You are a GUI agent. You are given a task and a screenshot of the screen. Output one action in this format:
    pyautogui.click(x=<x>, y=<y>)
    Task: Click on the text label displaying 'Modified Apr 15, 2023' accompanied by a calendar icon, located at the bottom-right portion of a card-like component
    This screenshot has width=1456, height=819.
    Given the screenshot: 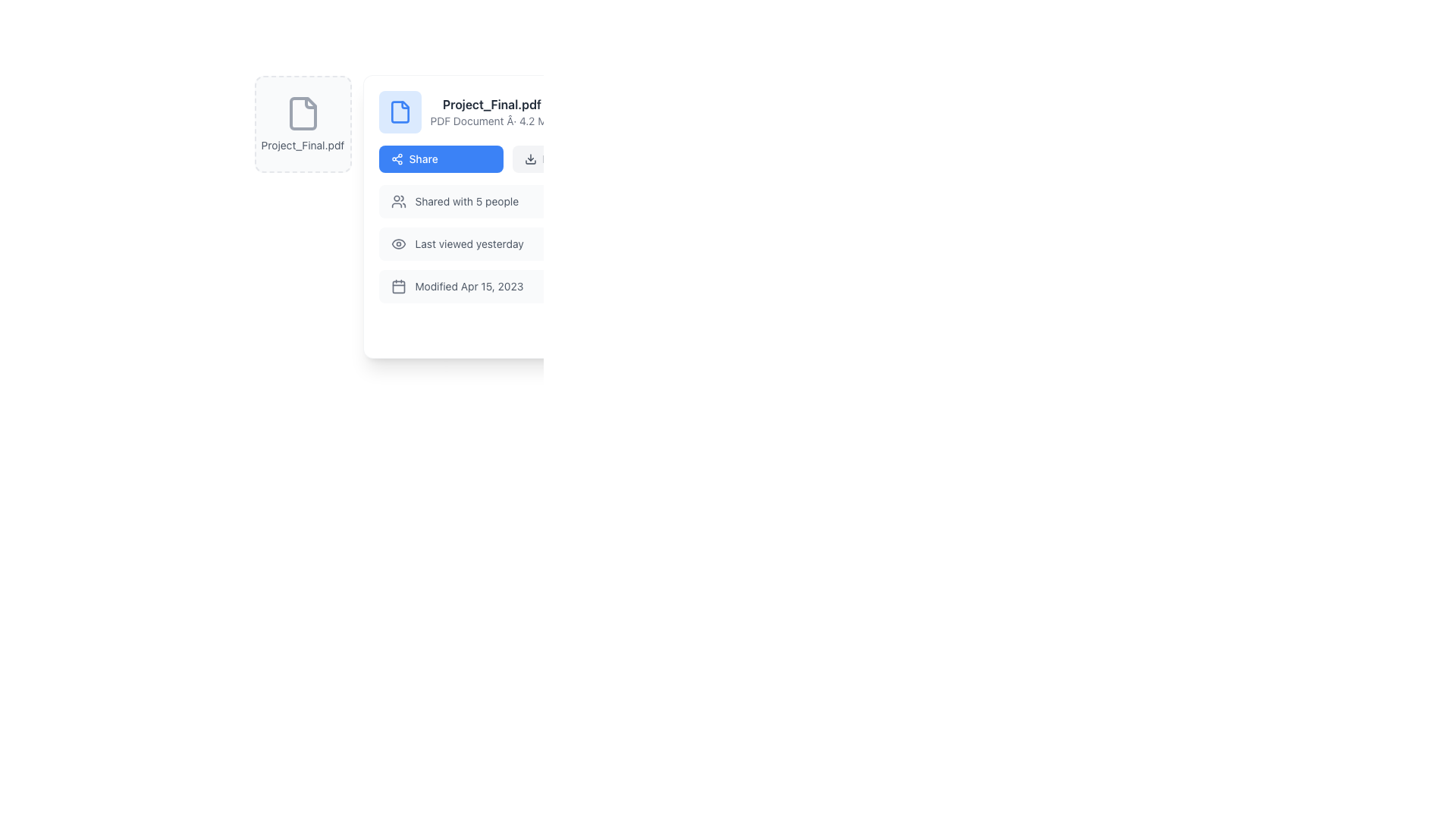 What is the action you would take?
    pyautogui.click(x=457, y=287)
    